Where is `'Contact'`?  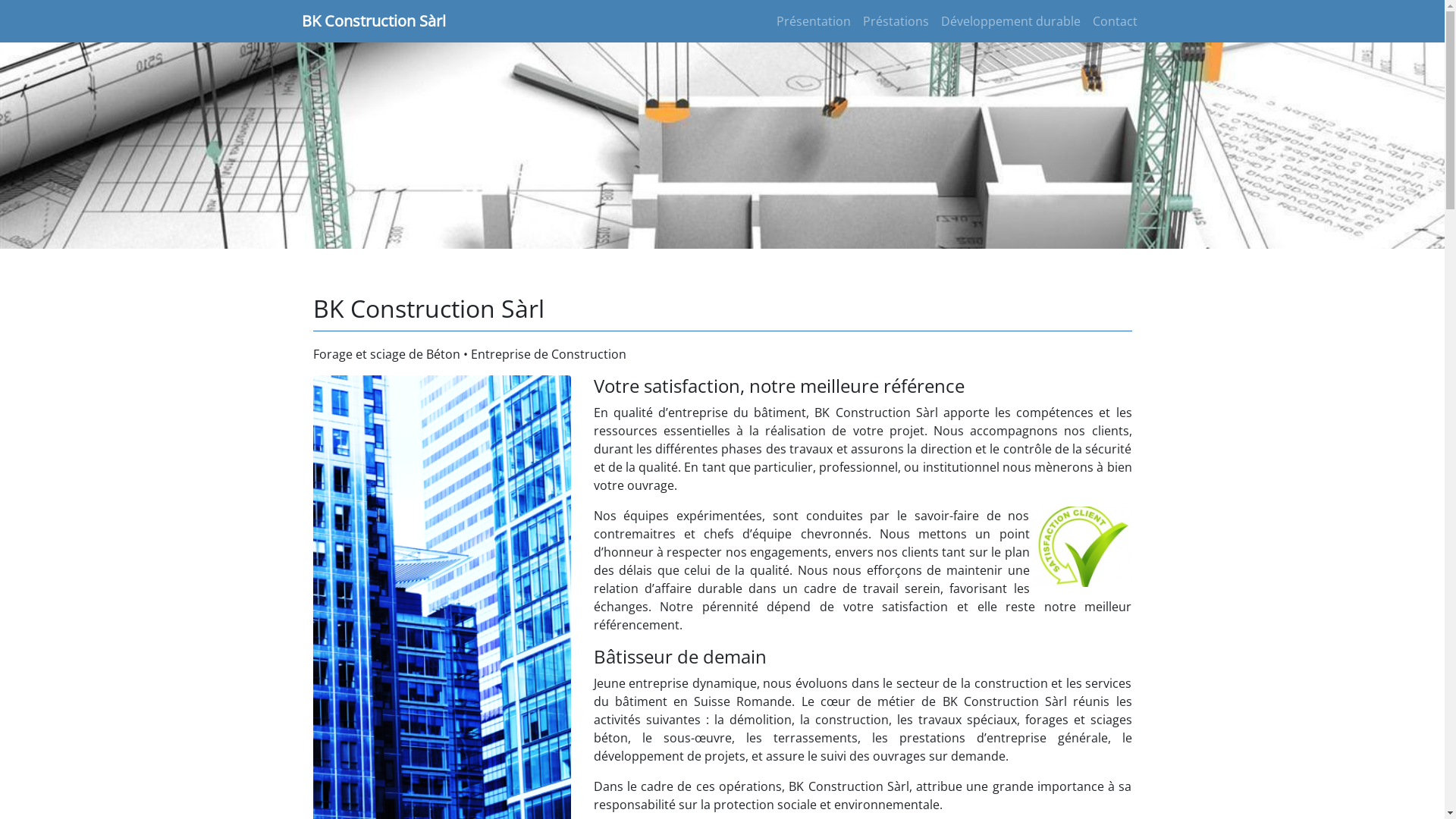 'Contact' is located at coordinates (1114, 20).